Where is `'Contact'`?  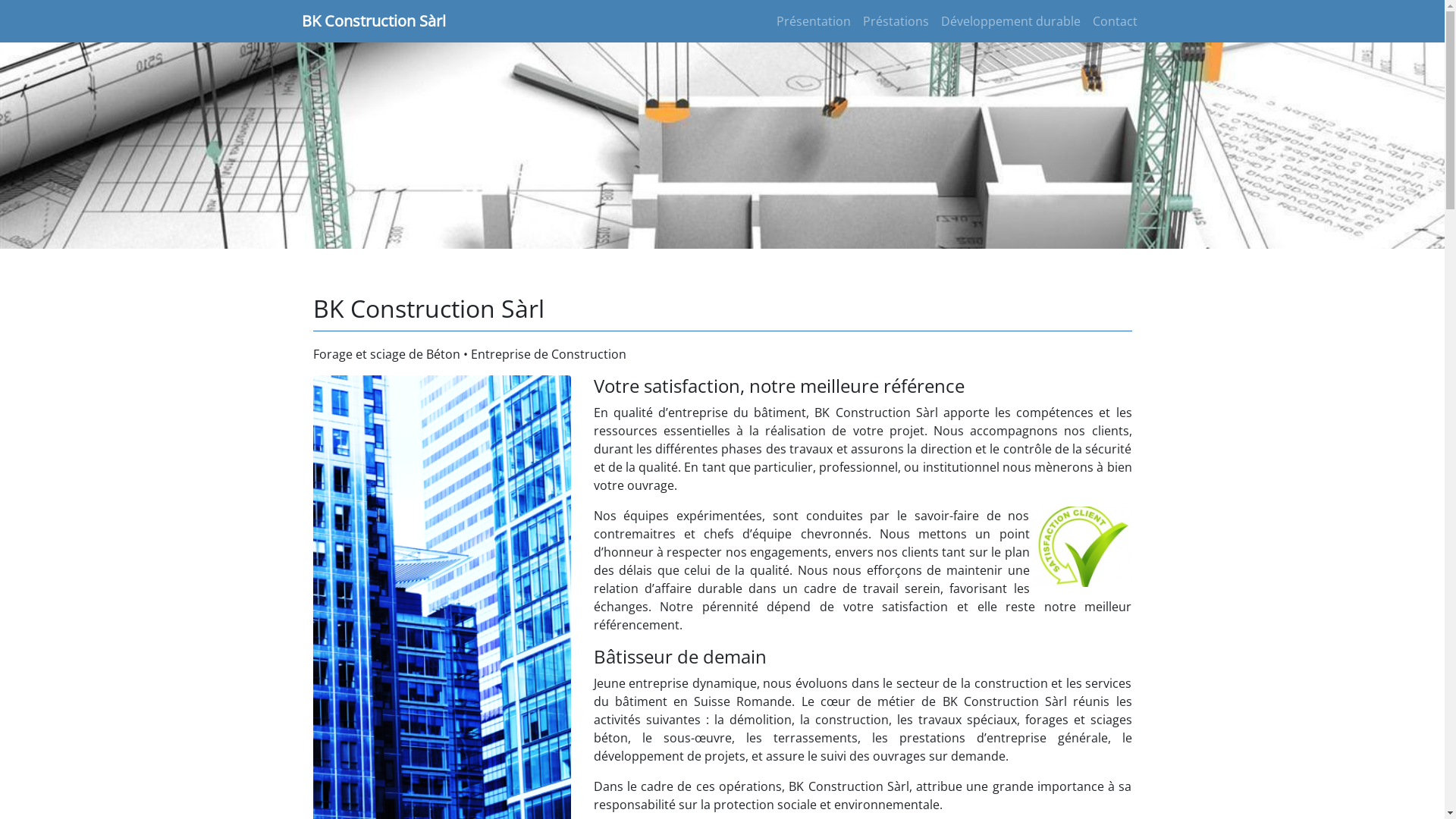 'Contact' is located at coordinates (1114, 20).